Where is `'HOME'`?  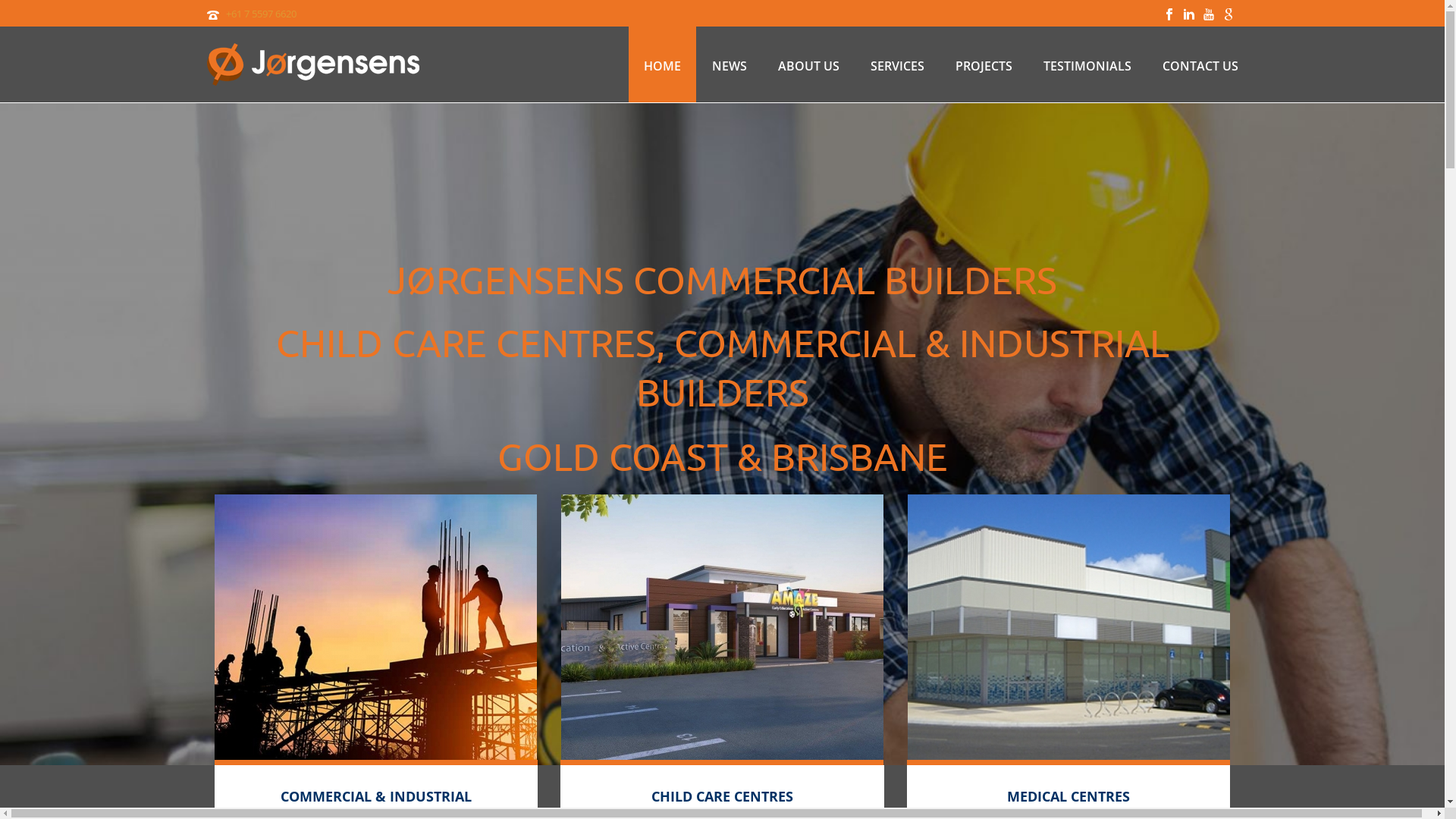 'HOME' is located at coordinates (661, 63).